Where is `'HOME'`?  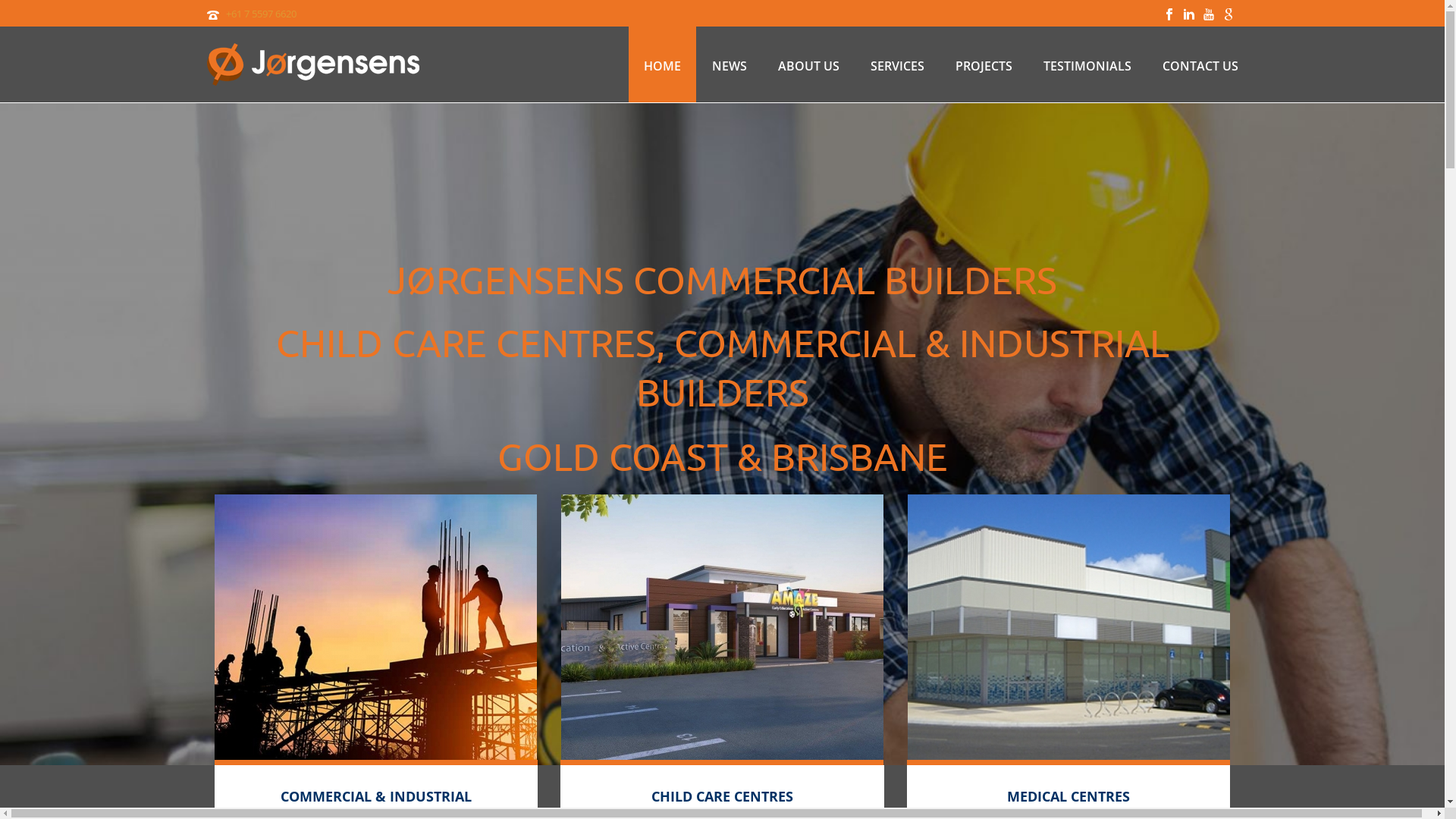 'HOME' is located at coordinates (661, 63).